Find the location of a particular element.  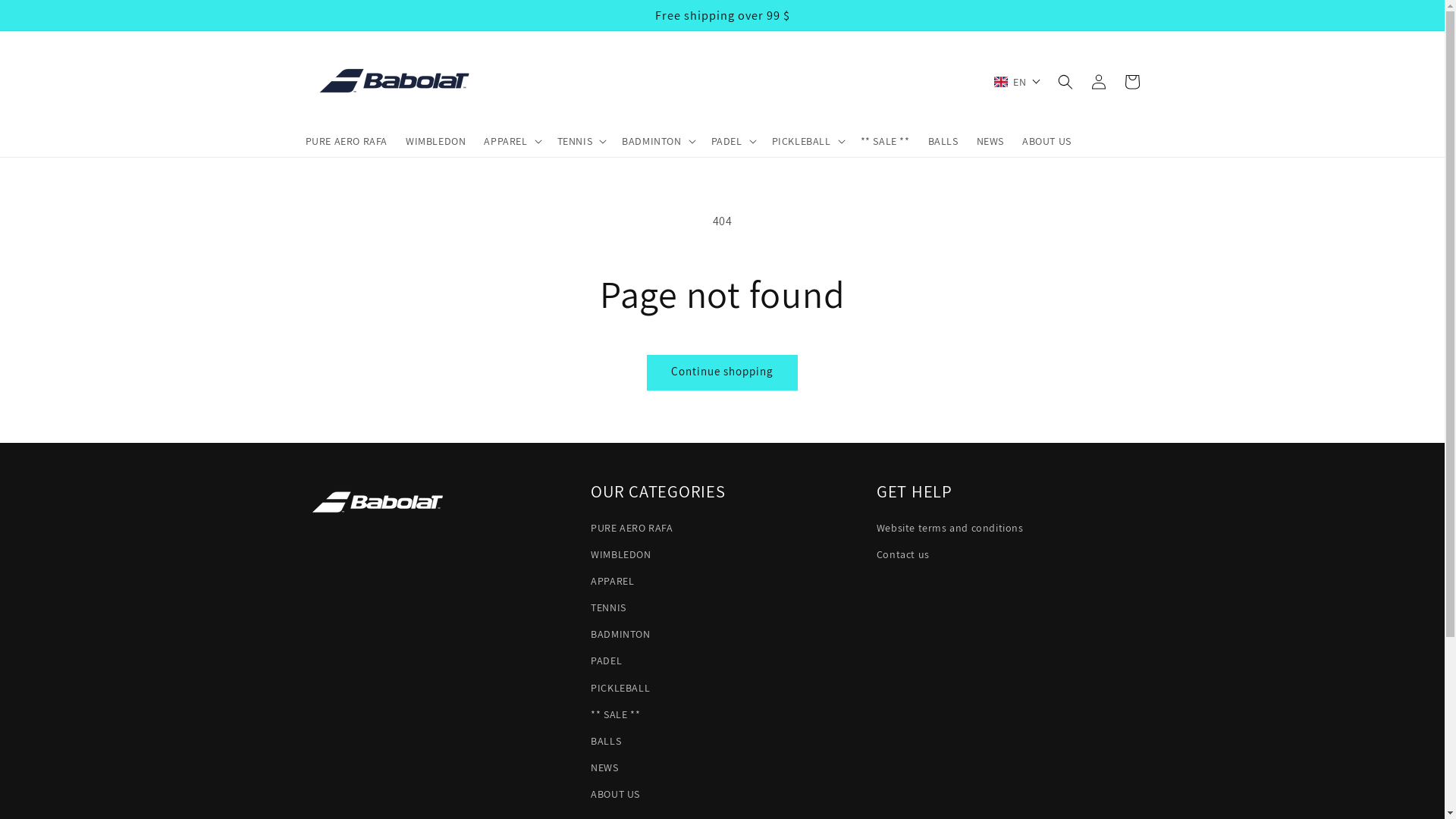

'PURE AERO RAFA' is located at coordinates (345, 140).